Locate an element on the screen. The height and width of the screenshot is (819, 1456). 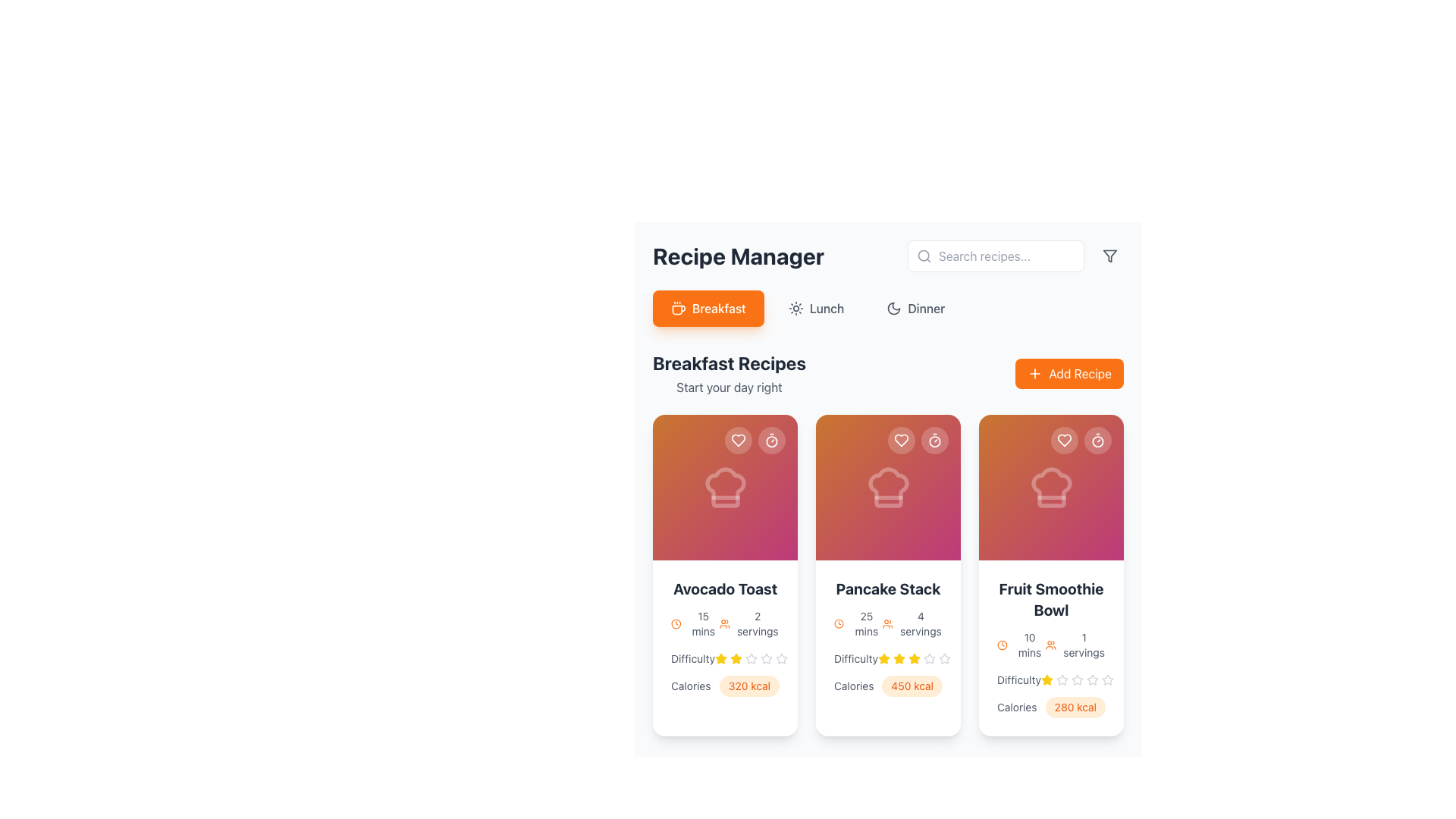
the fourth star icon in the rating system for the 'Avocado Toast' recipe is located at coordinates (751, 657).